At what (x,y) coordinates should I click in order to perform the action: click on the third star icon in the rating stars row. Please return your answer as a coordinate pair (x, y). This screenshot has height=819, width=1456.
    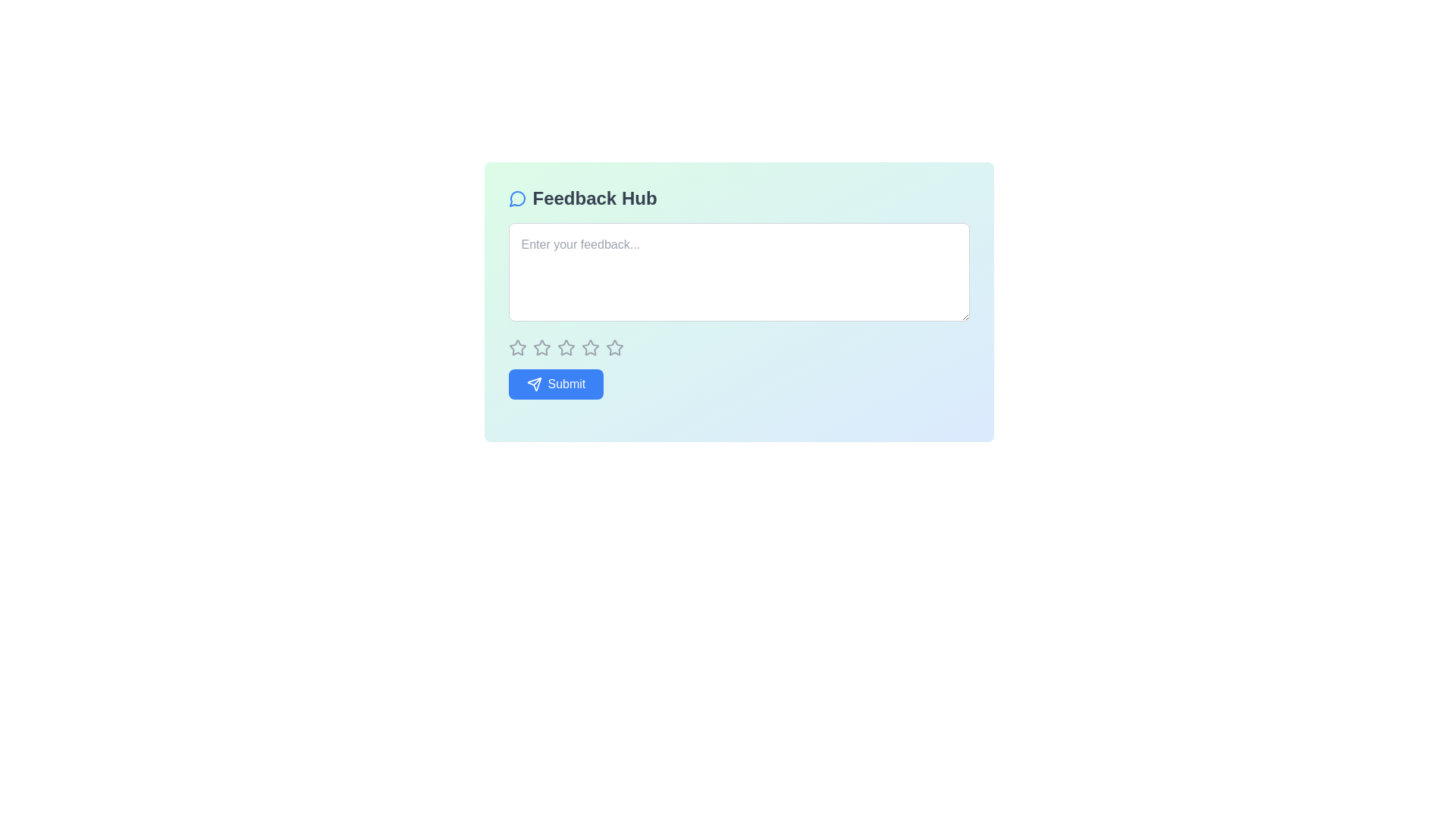
    Looking at the image, I should click on (565, 348).